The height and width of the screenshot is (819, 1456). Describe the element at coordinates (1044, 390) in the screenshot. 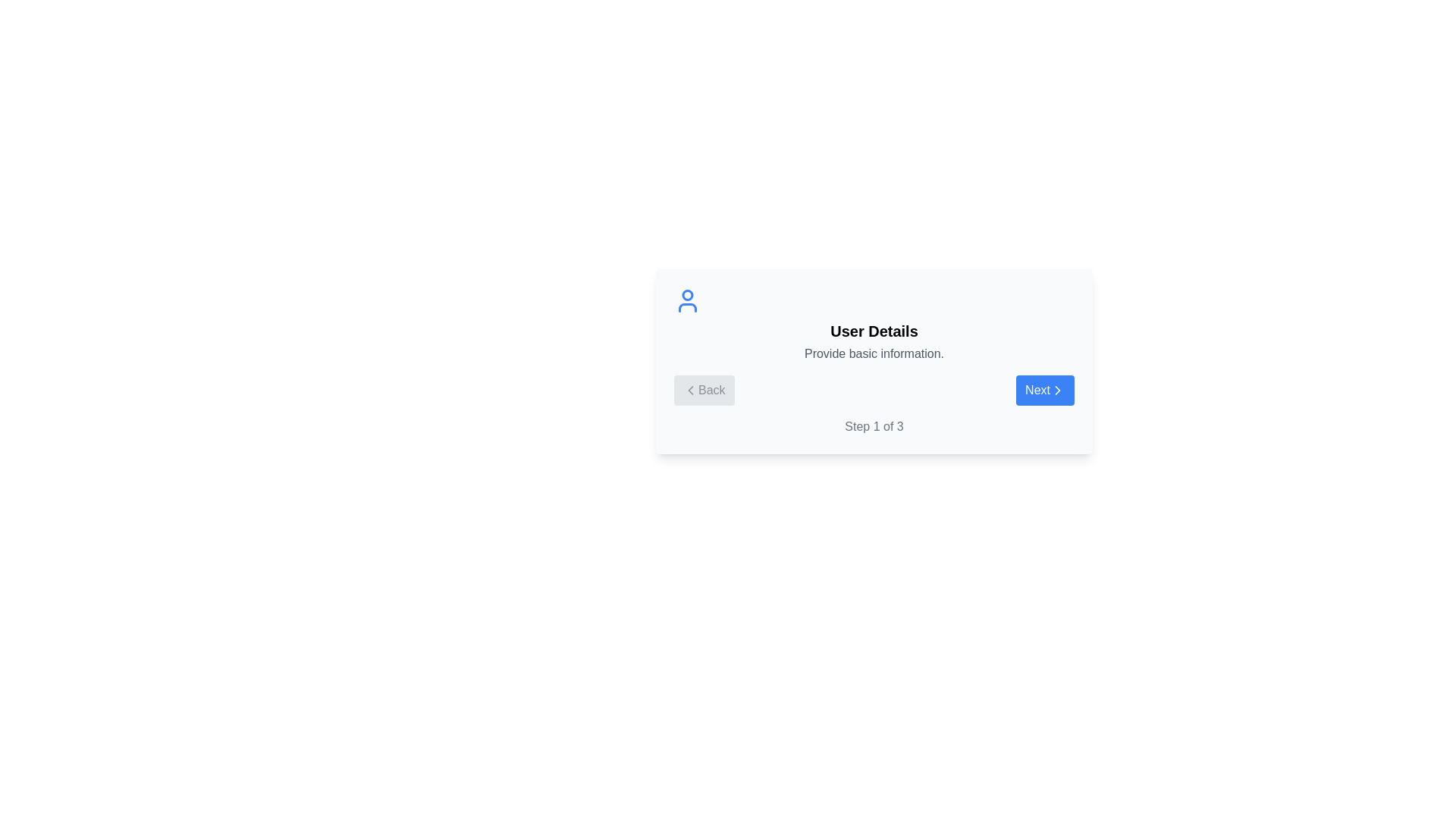

I see `the Next button to navigate the stepper` at that location.